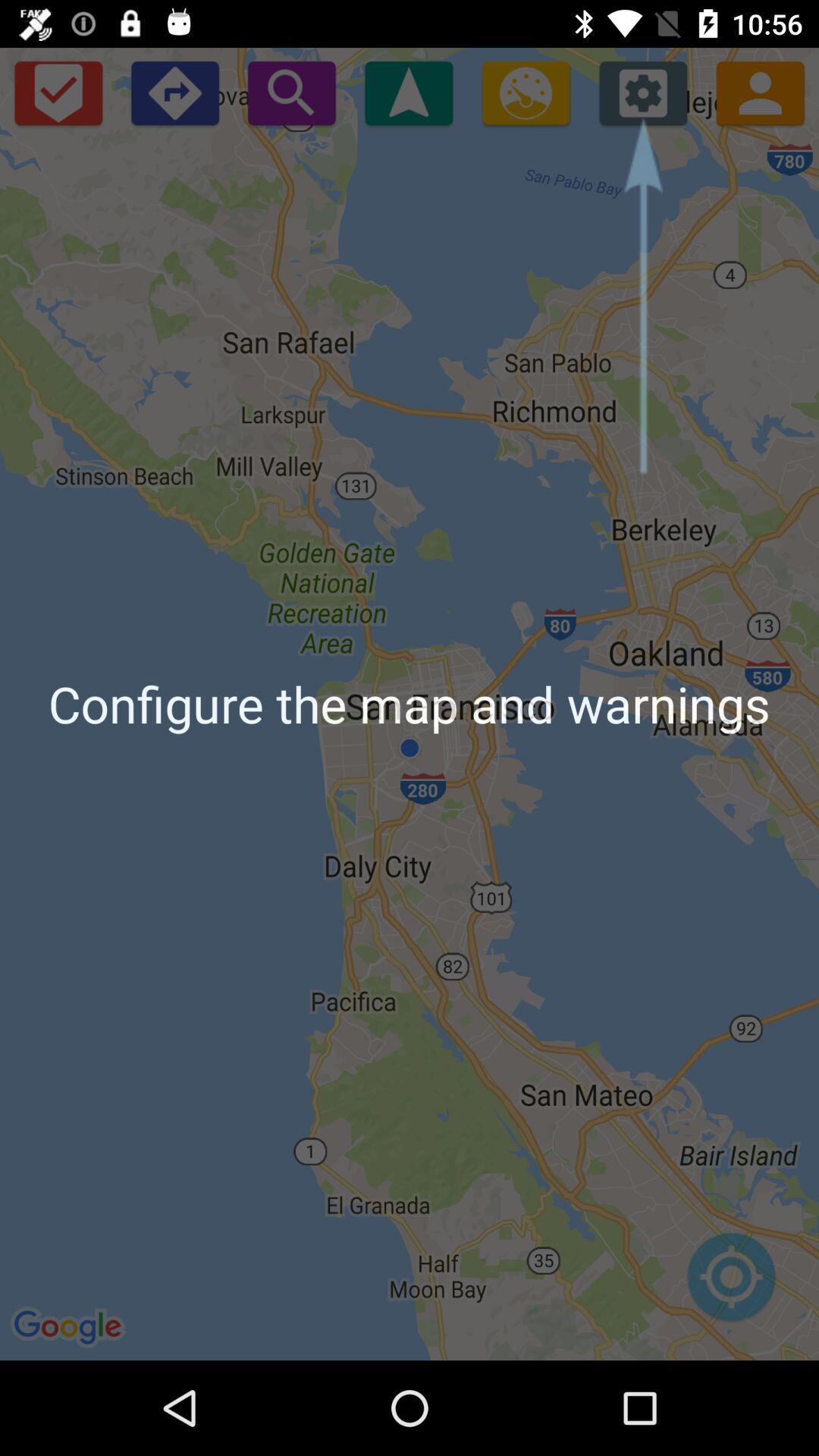 This screenshot has height=1456, width=819. What do you see at coordinates (730, 1284) in the screenshot?
I see `current location` at bounding box center [730, 1284].